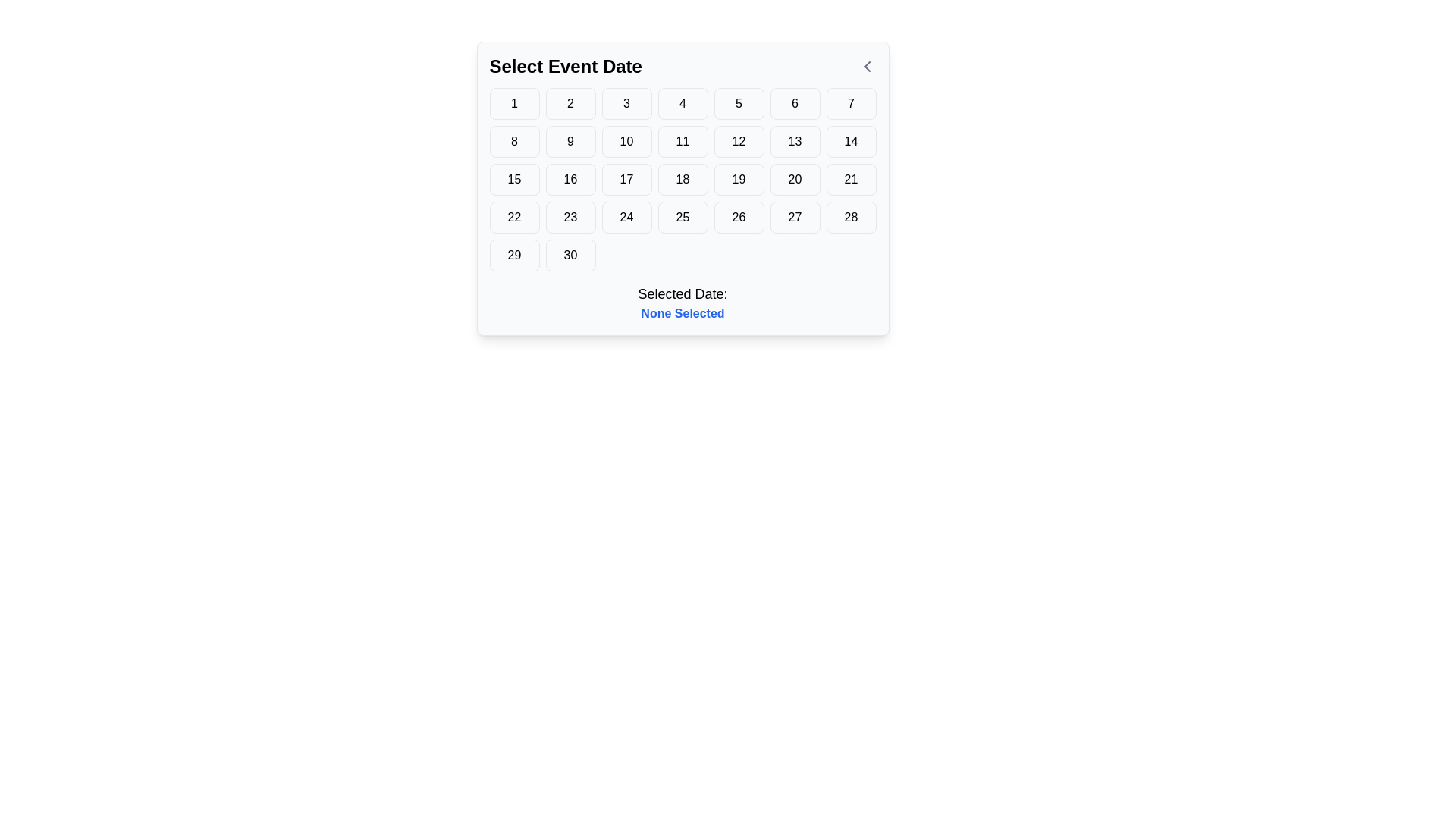  I want to click on a button in the Date picker grid, so click(682, 178).